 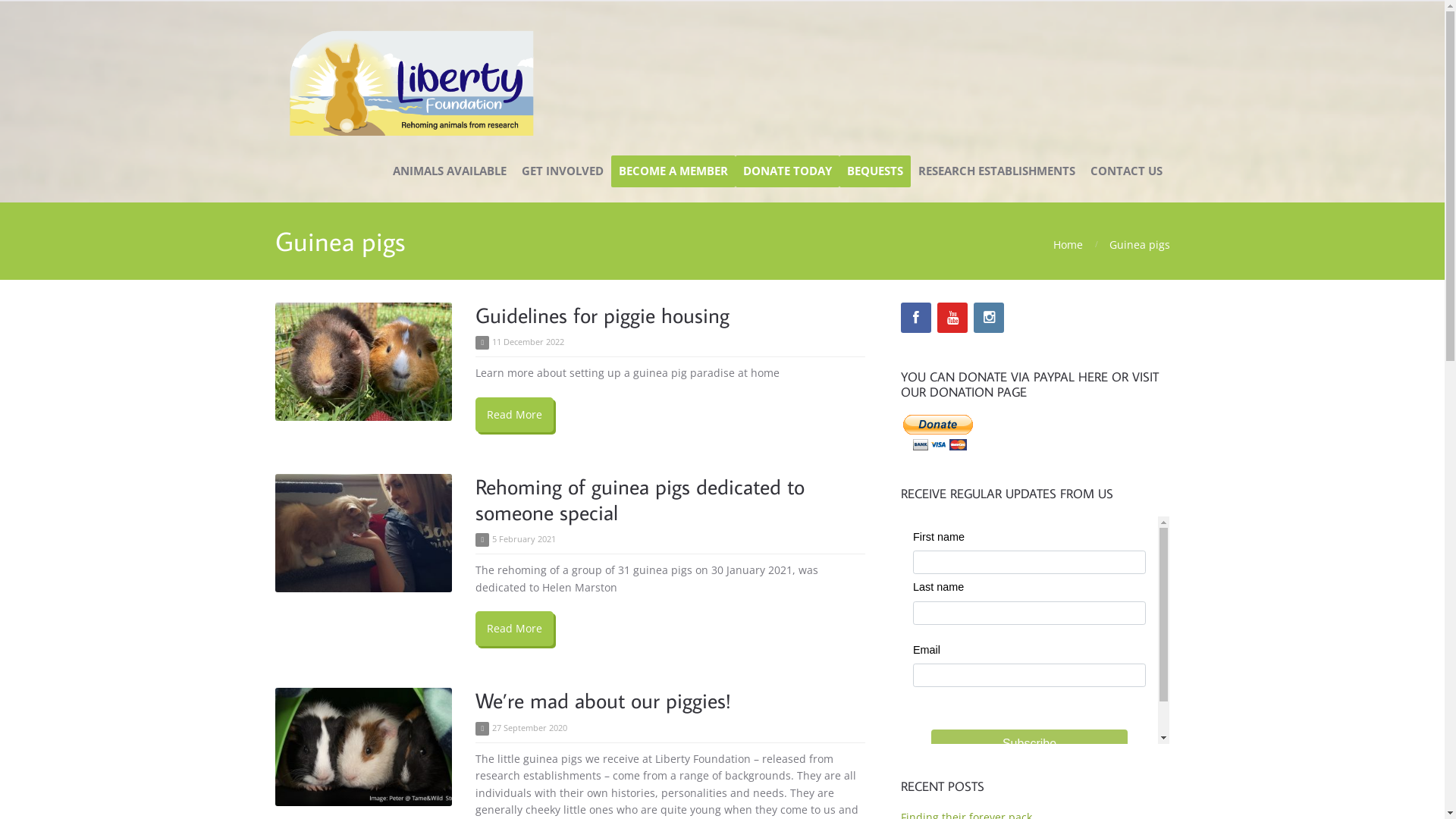 What do you see at coordinates (362, 532) in the screenshot?
I see `'Go to Rehoming of guinea pigs dedicated to someone special'` at bounding box center [362, 532].